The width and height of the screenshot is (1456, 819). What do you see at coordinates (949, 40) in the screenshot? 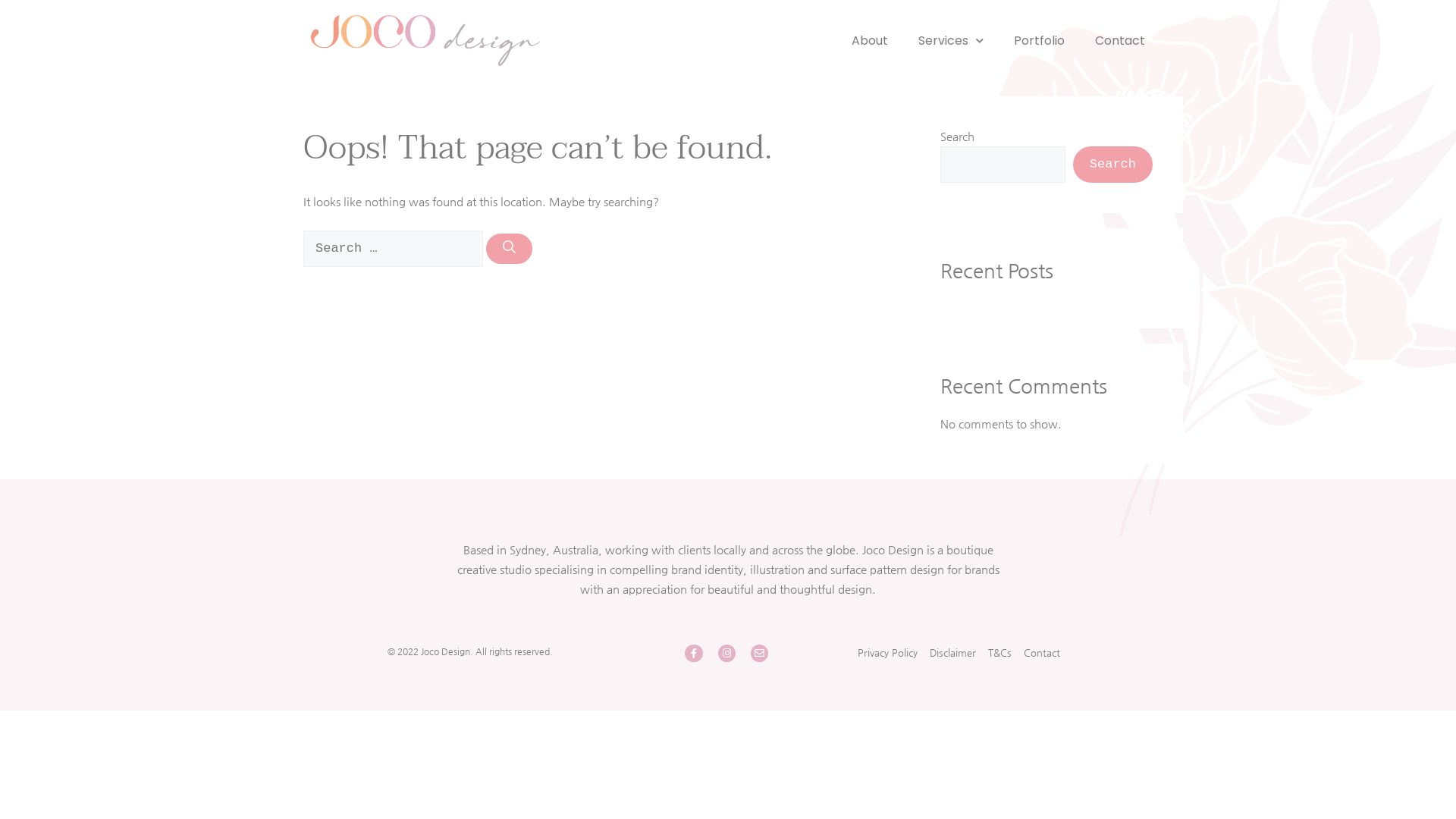
I see `'Services'` at bounding box center [949, 40].